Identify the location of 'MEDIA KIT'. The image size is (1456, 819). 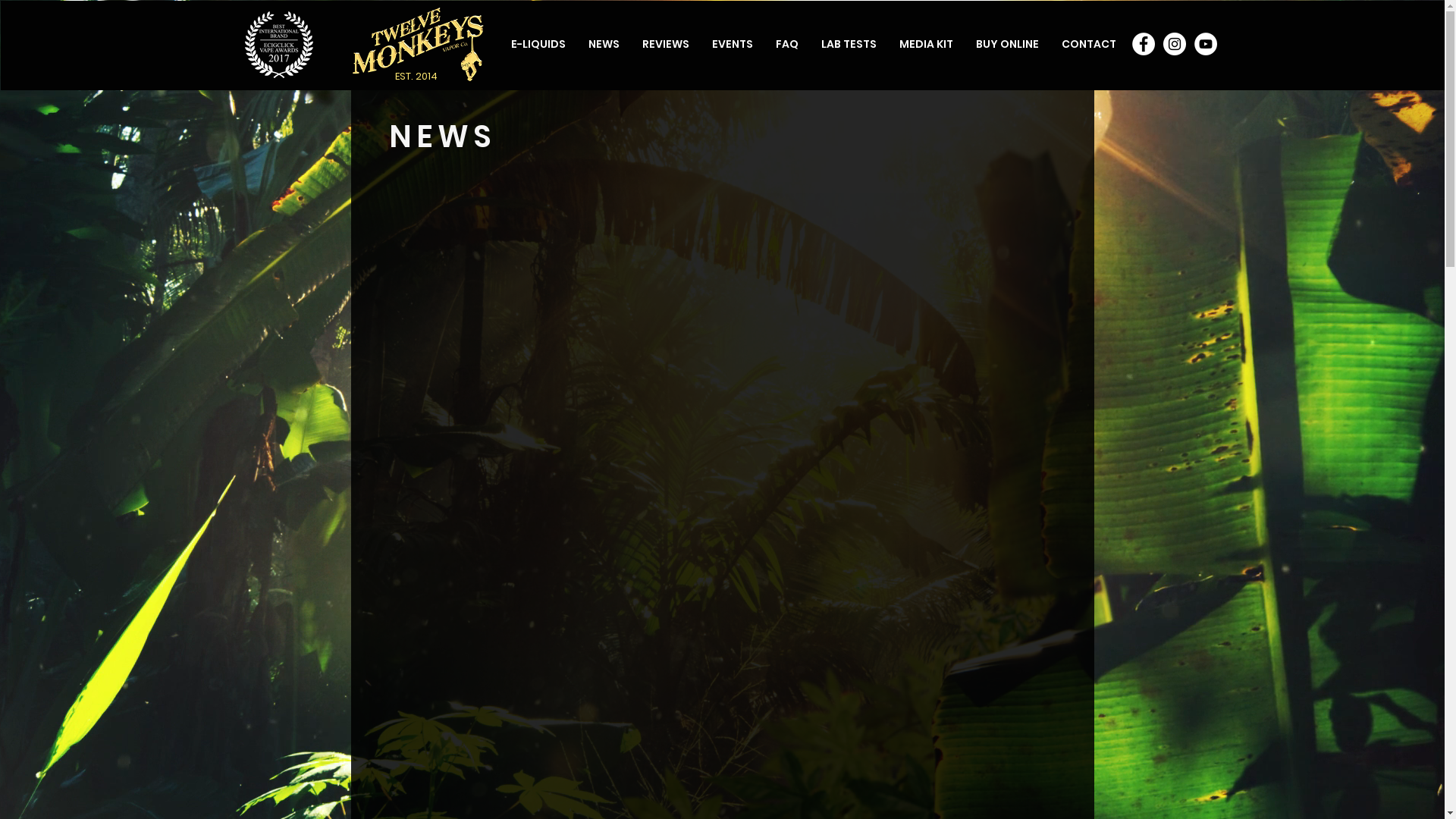
(924, 42).